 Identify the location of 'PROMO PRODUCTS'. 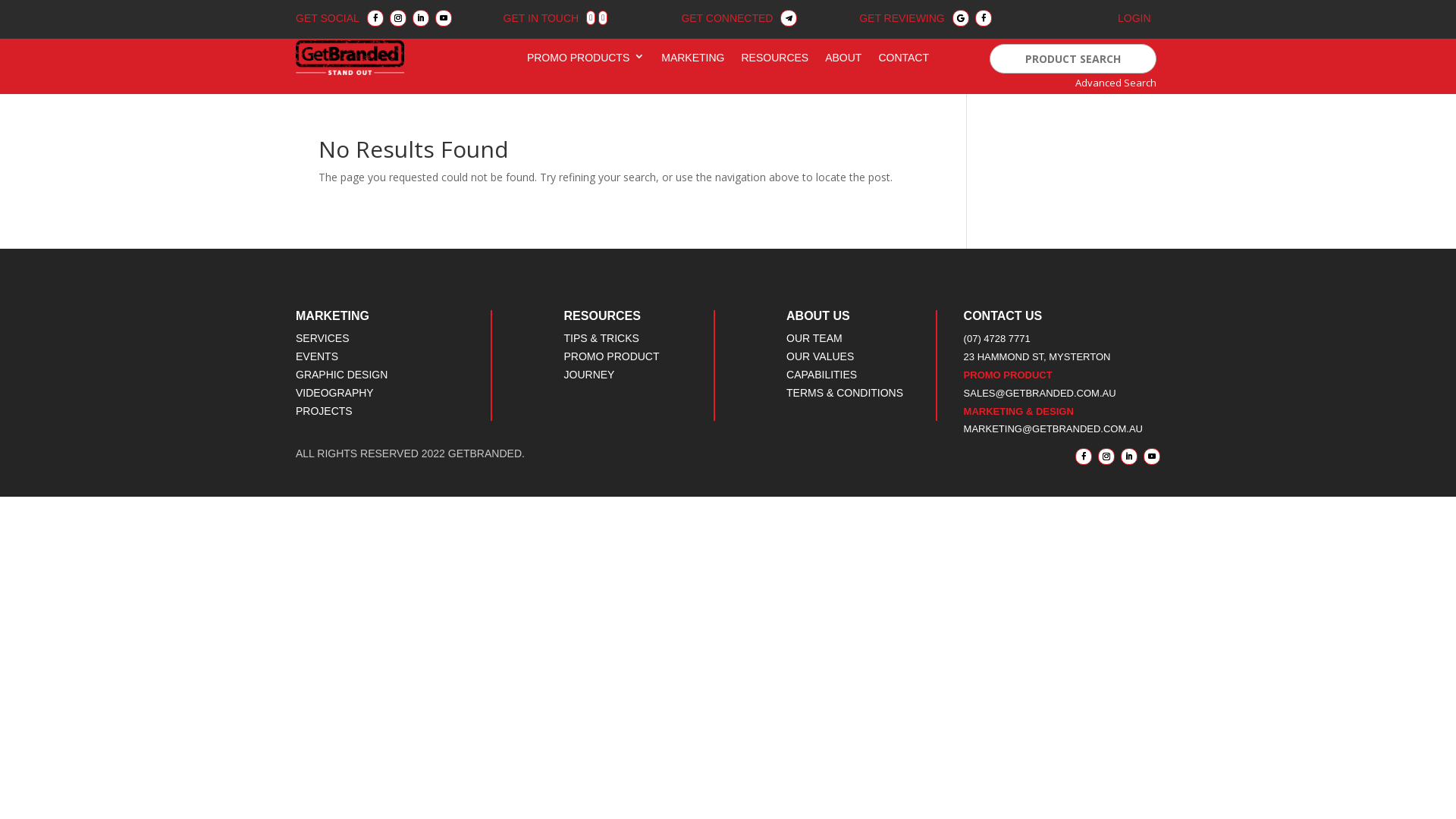
(527, 60).